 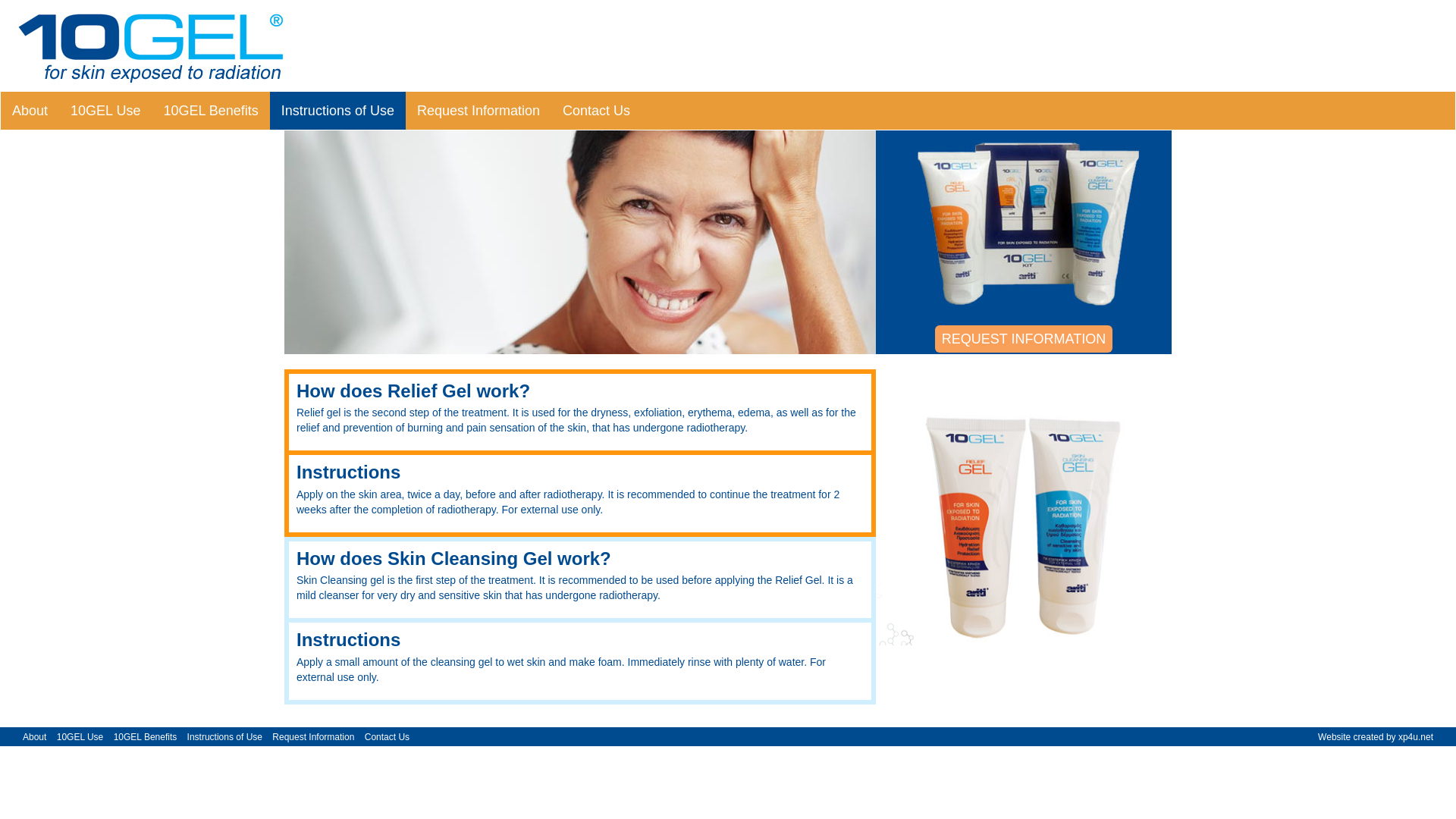 What do you see at coordinates (1023, 338) in the screenshot?
I see `'REQUEST INFORMATION'` at bounding box center [1023, 338].